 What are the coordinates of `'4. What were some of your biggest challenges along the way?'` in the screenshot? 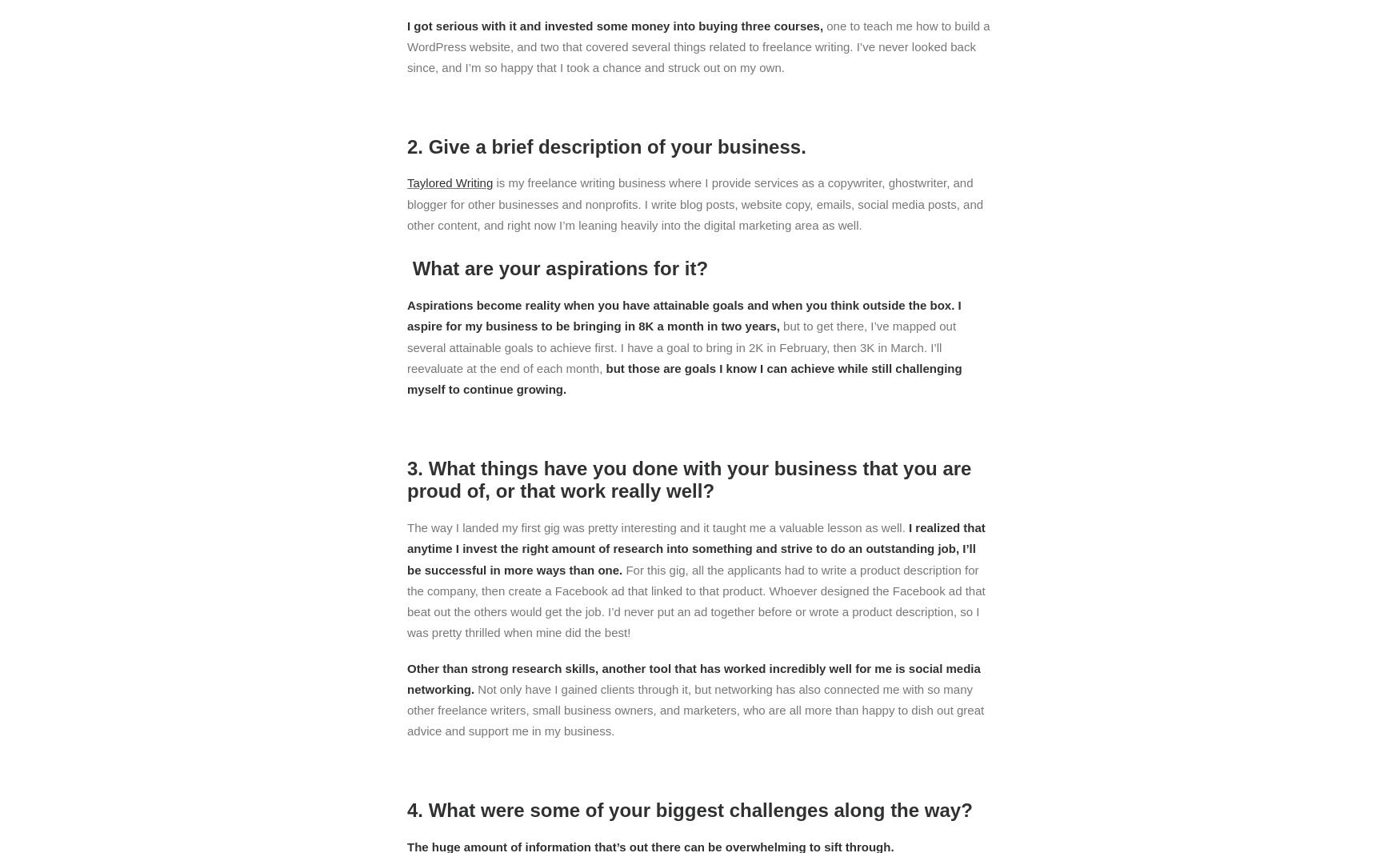 It's located at (690, 809).